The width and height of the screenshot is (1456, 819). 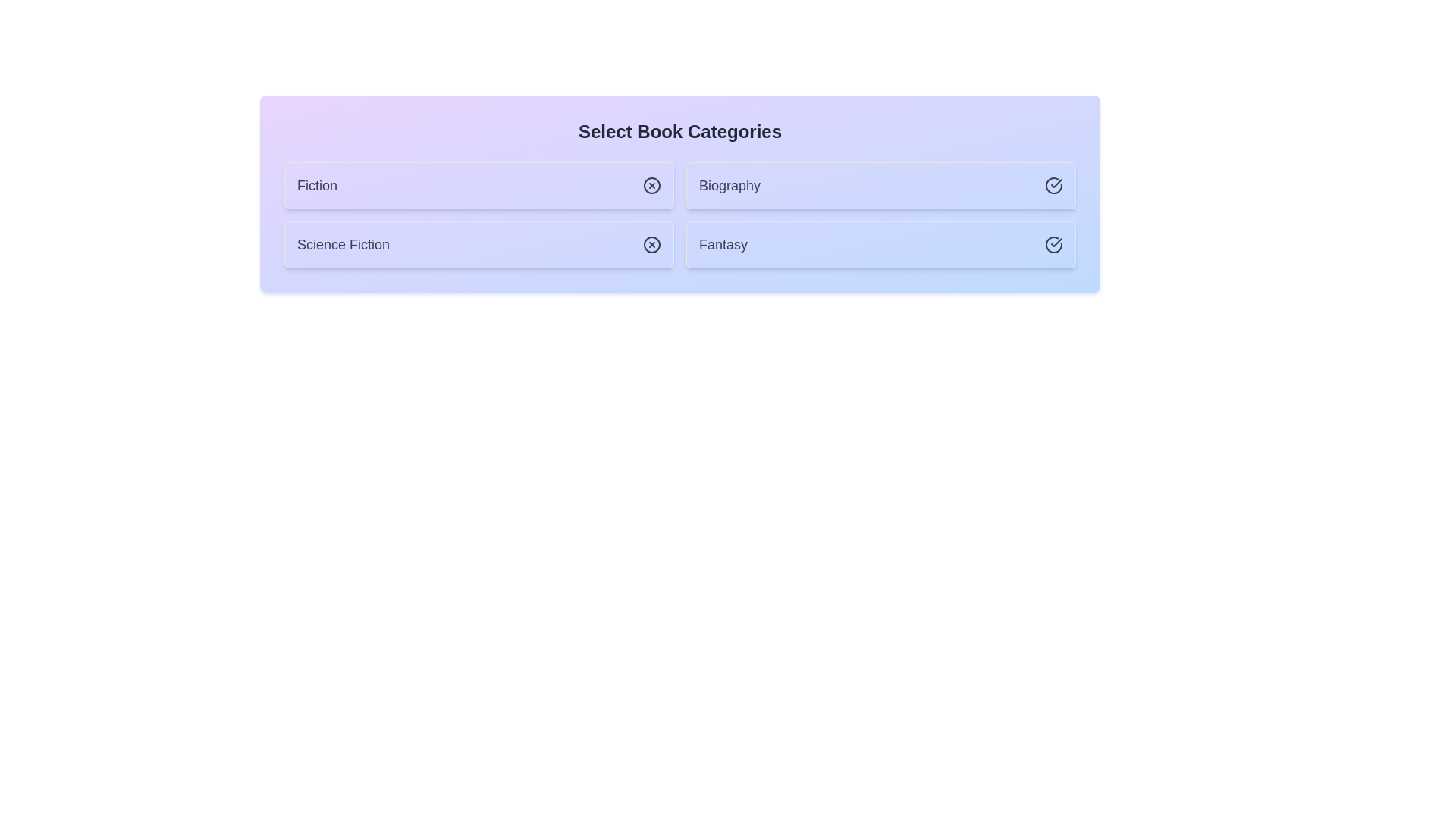 I want to click on the chip labeled Fiction, so click(x=479, y=185).